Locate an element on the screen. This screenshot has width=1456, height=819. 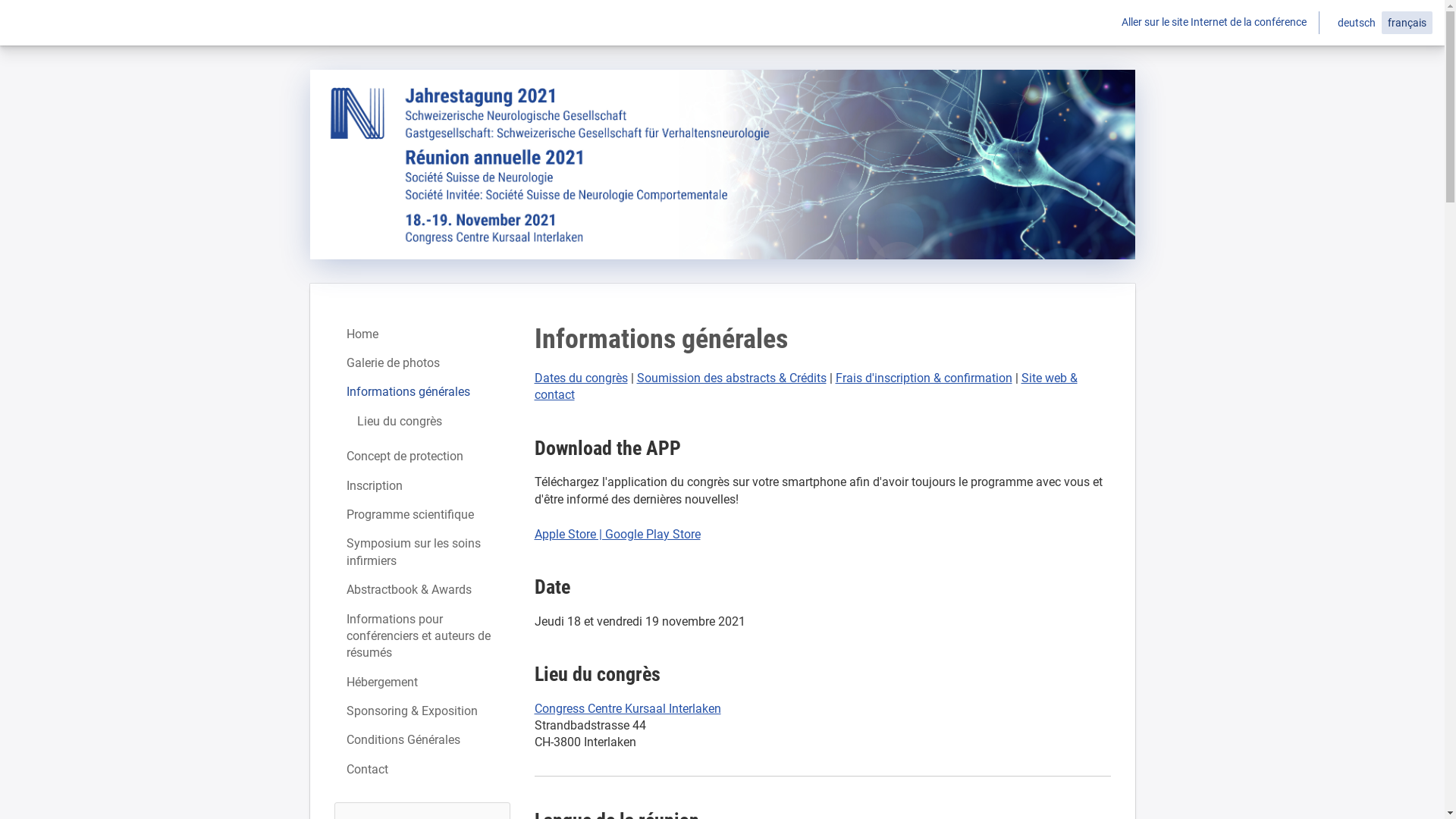
'Galerie de photos' is located at coordinates (422, 362).